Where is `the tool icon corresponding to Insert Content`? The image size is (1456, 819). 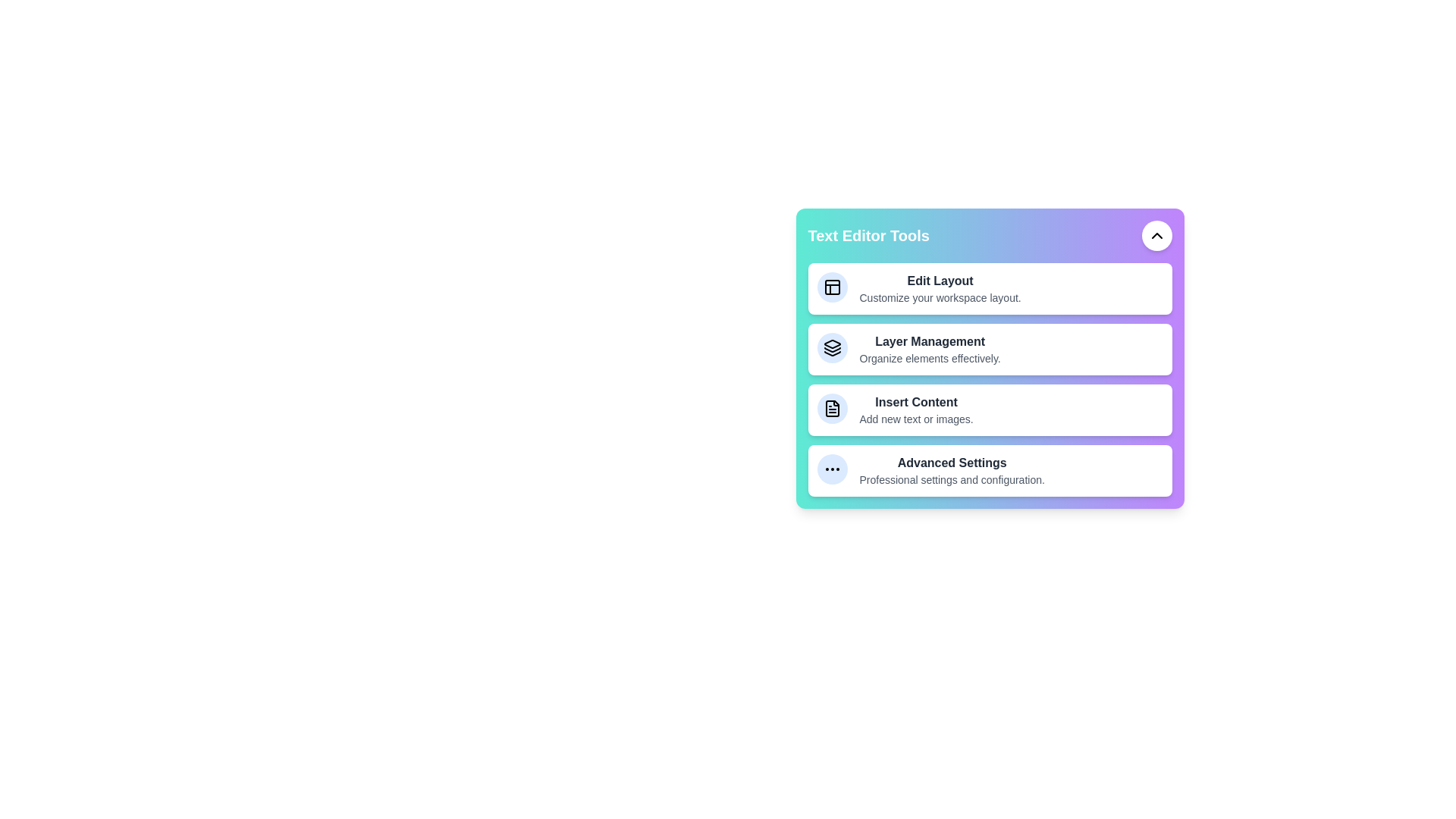 the tool icon corresponding to Insert Content is located at coordinates (831, 408).